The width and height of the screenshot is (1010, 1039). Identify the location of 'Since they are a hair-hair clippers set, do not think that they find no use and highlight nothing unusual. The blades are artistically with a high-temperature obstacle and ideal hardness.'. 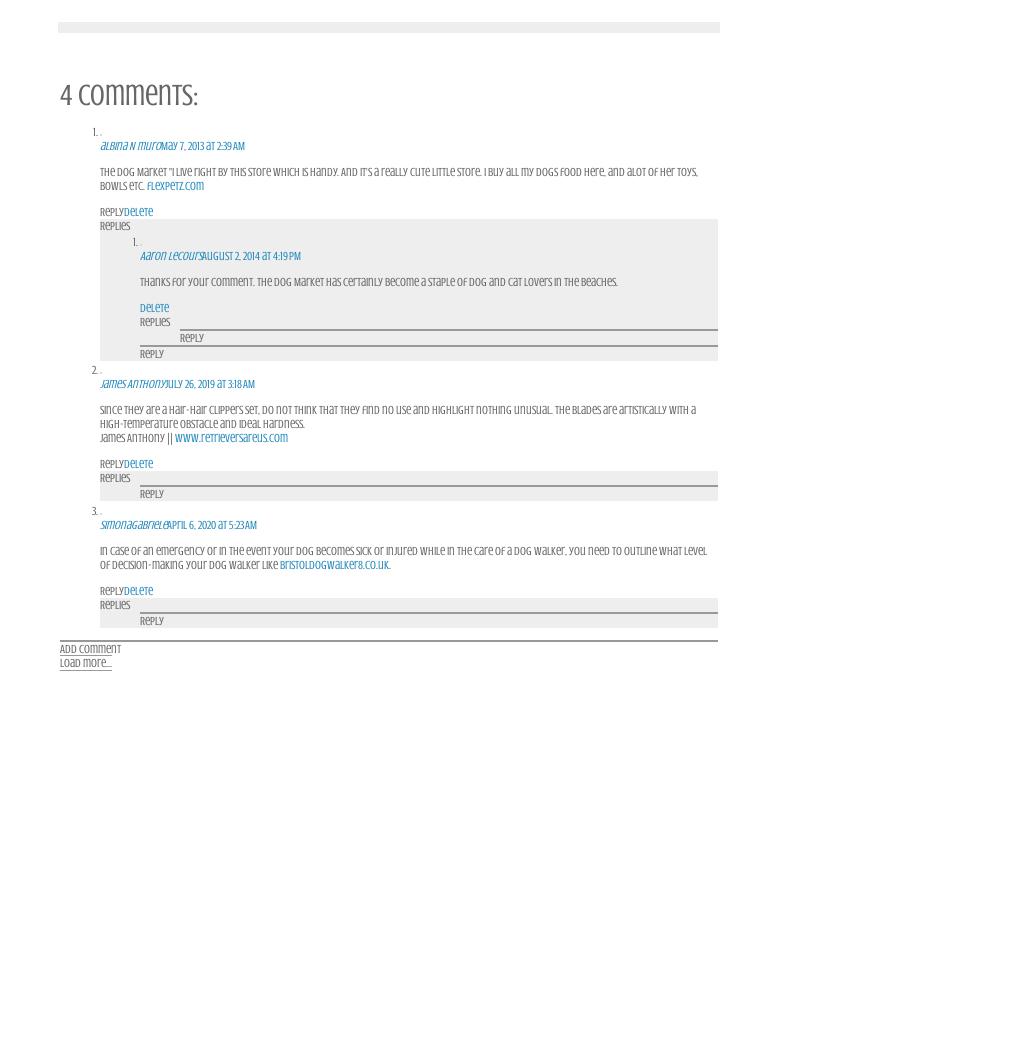
(398, 415).